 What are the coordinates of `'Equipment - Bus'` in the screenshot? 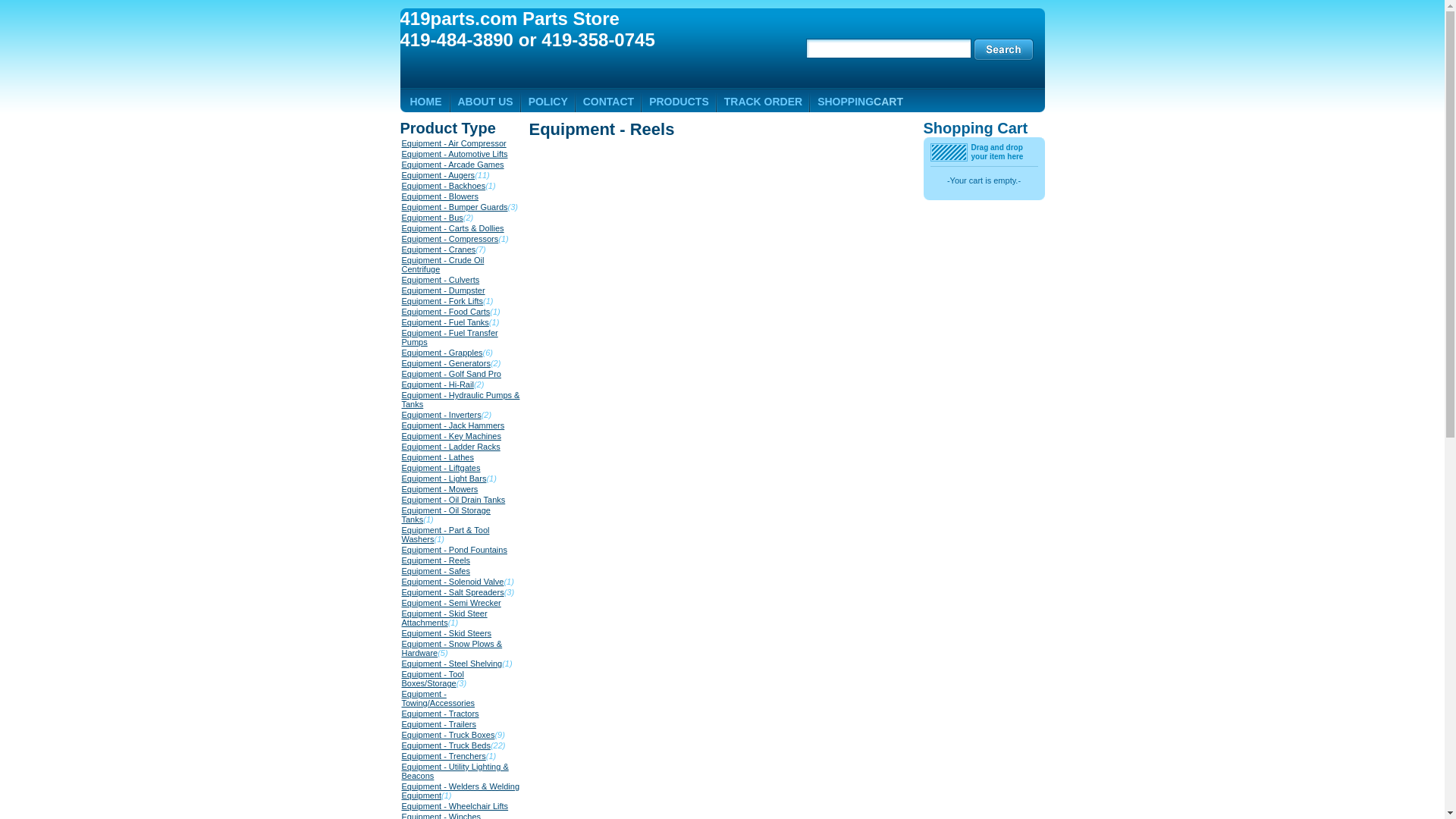 It's located at (431, 217).